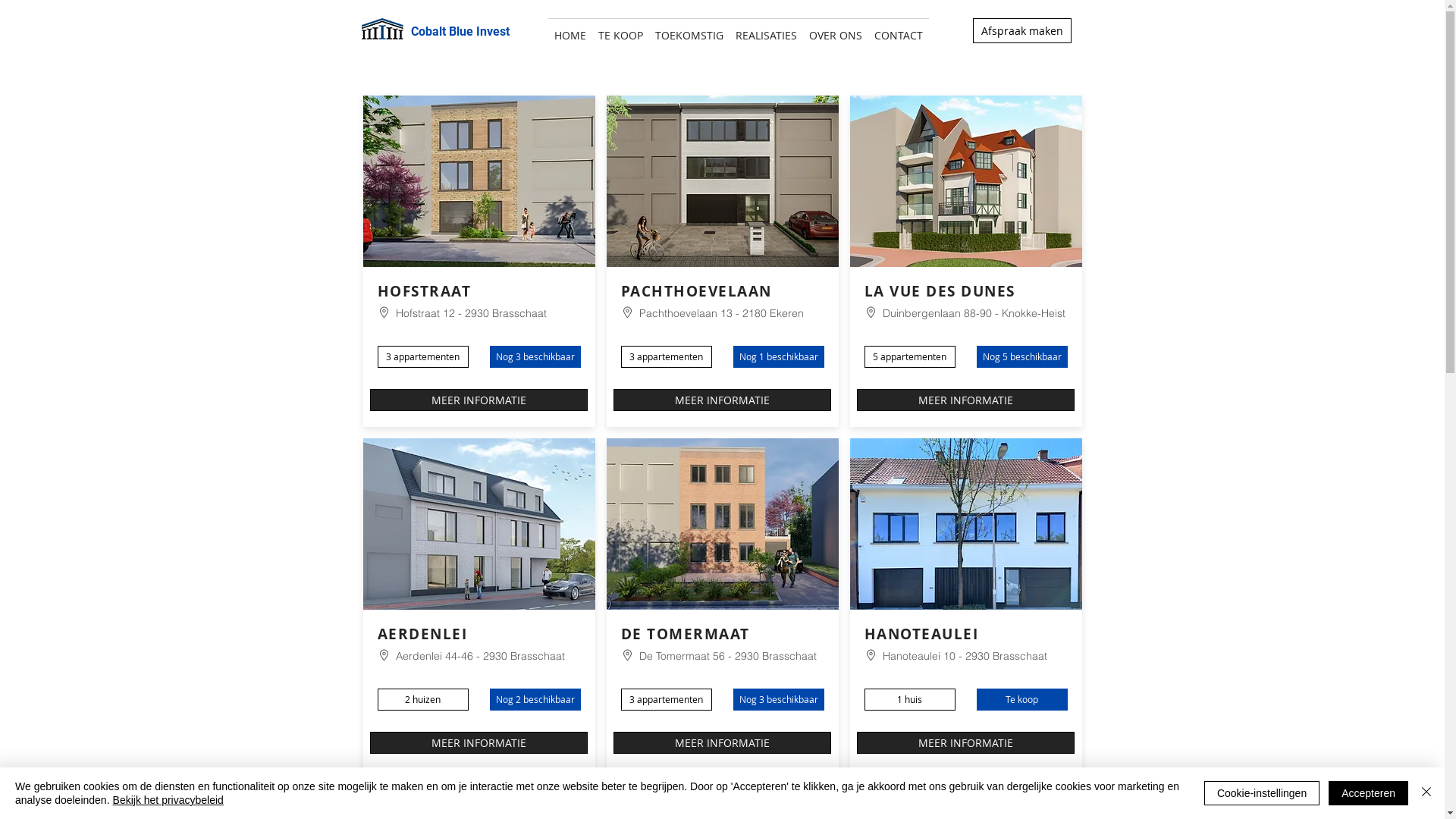 Image resolution: width=1456 pixels, height=819 pixels. What do you see at coordinates (899, 28) in the screenshot?
I see `'CONTACT'` at bounding box center [899, 28].